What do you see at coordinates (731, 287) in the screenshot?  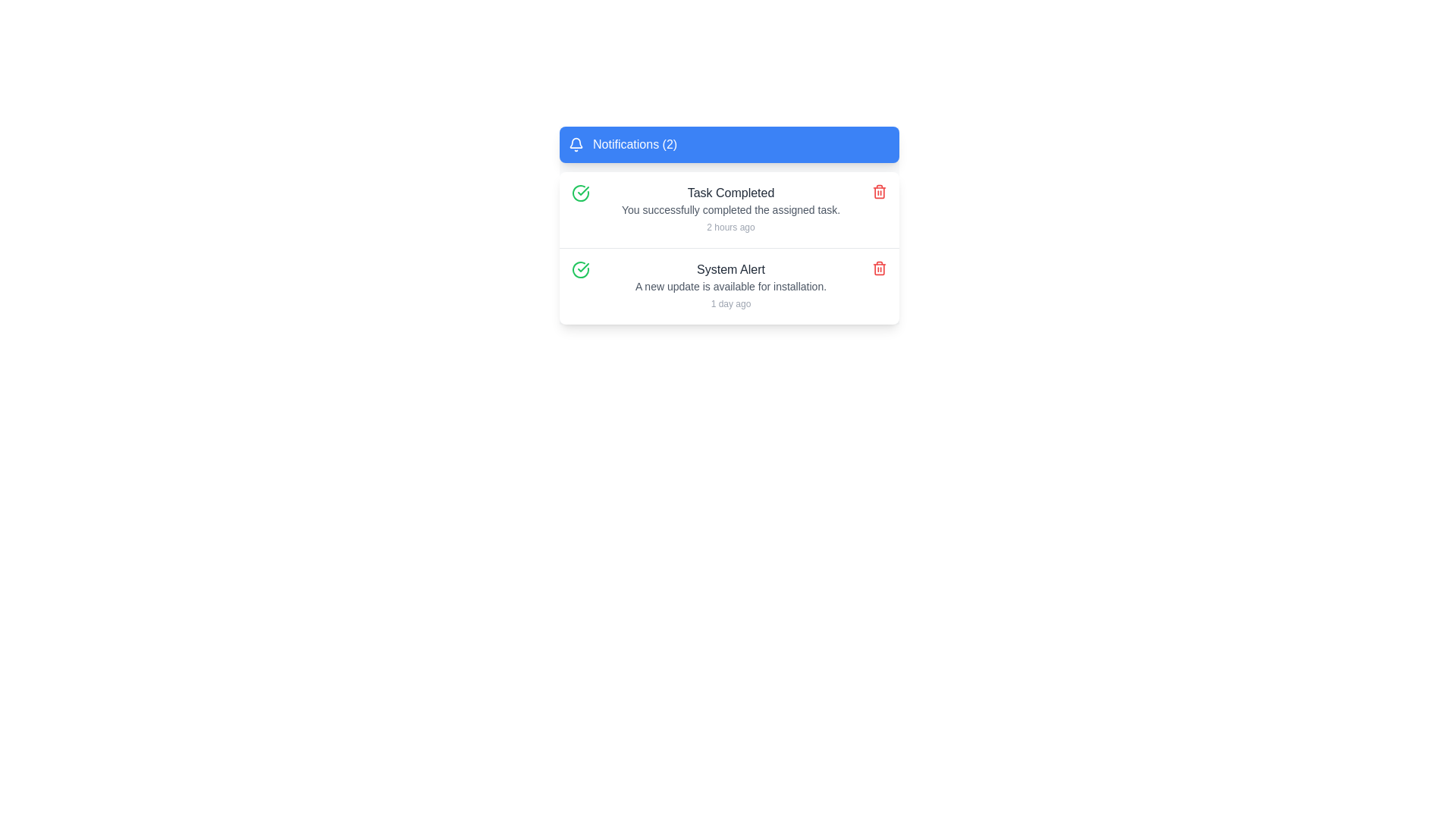 I see `the highlighted text that reads 'A new update is available for installation.' within the notification card, located below 'System Alert' and above '1 day ago'` at bounding box center [731, 287].